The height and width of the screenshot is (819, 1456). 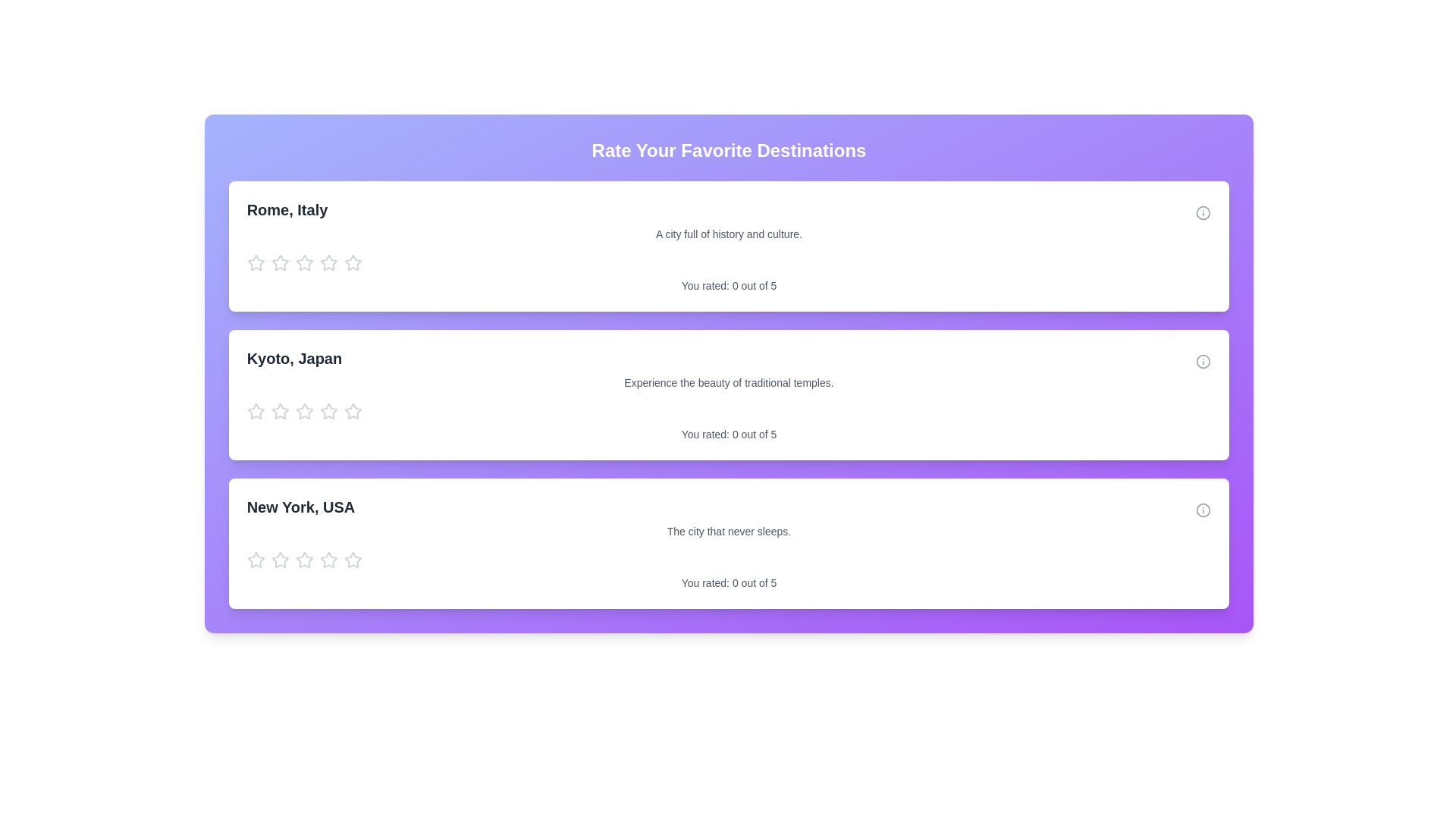 I want to click on the fourth star icon in the rating selection below the text 'New York, USA', so click(x=303, y=560).